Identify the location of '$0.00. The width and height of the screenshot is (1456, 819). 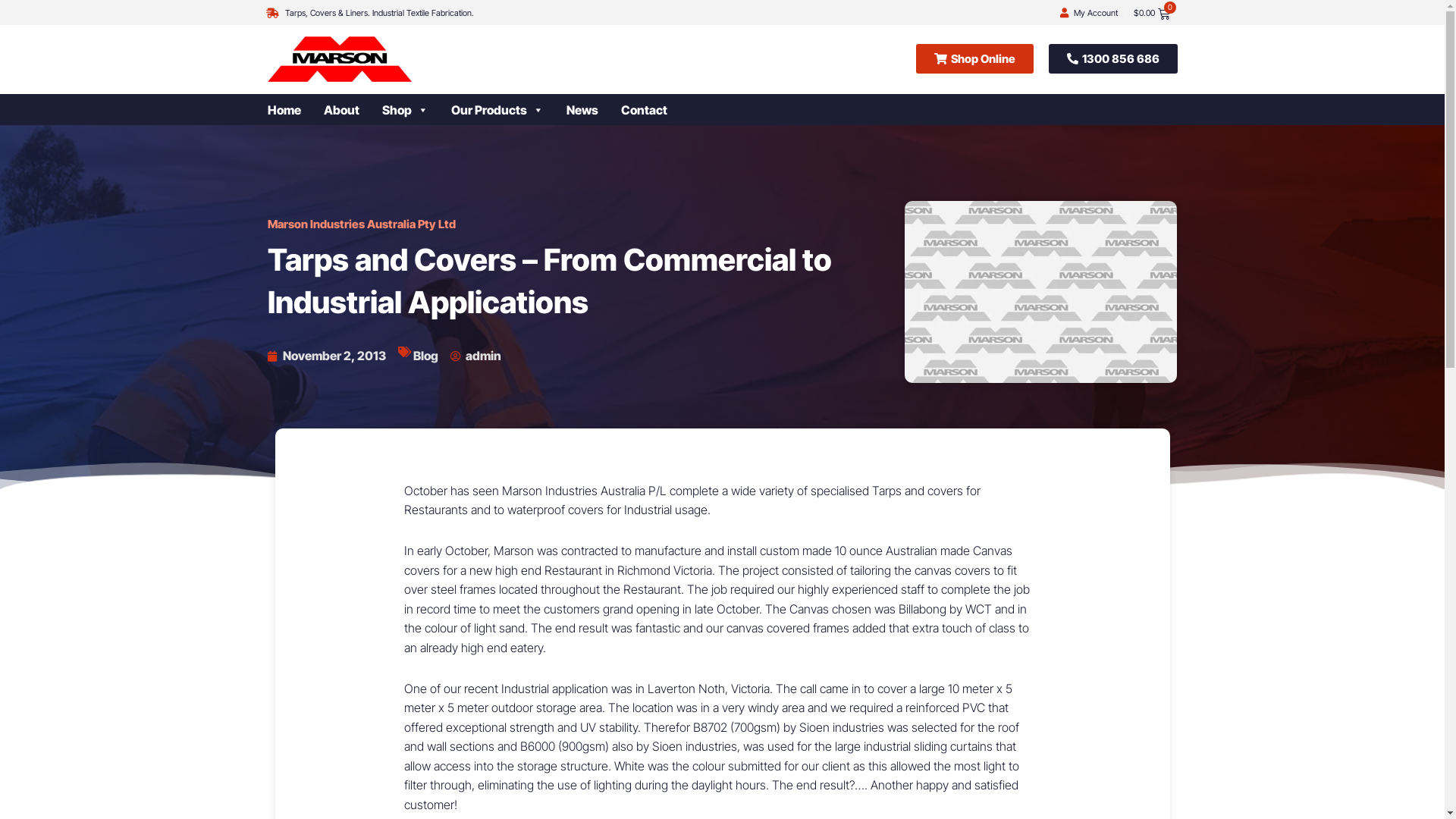
(1133, 11).